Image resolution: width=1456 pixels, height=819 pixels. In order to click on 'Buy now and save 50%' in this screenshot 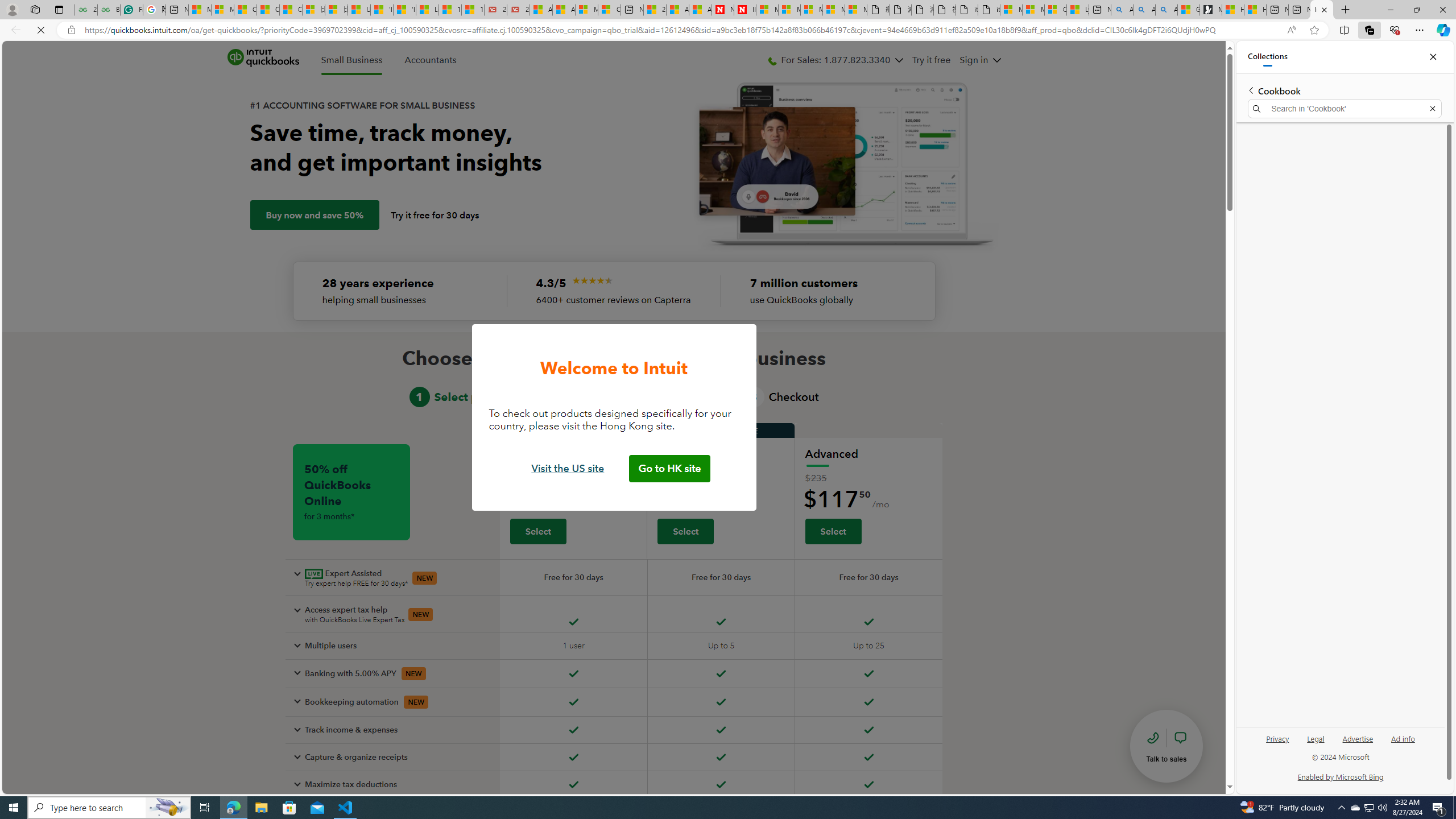, I will do `click(313, 215)`.